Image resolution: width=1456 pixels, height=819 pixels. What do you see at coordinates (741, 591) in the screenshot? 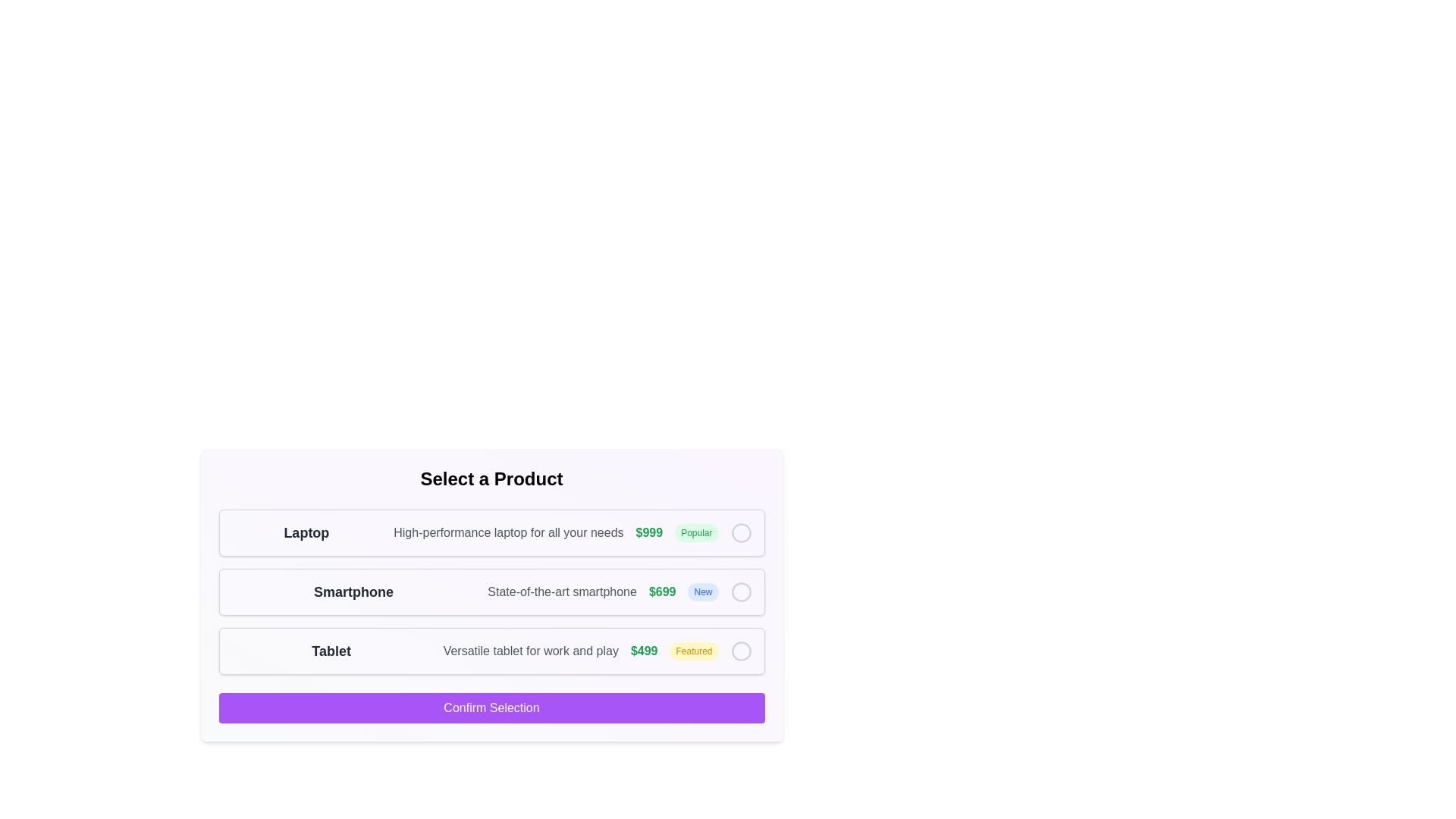
I see `the circular radio button indicator for the 'Smartphone' option` at bounding box center [741, 591].